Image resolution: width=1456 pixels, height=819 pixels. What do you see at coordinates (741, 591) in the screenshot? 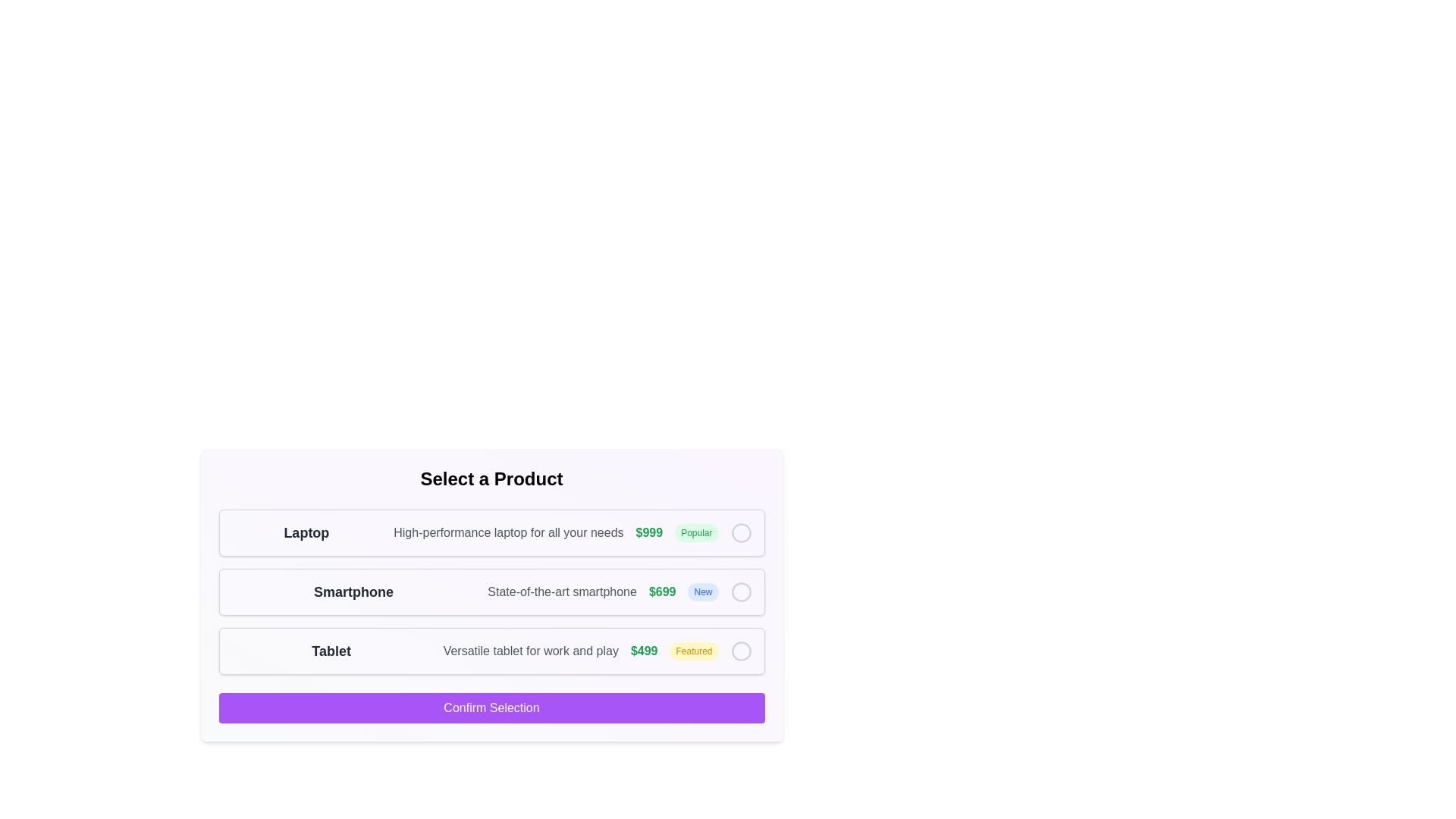
I see `the circular radio button indicator for the 'Smartphone' option` at bounding box center [741, 591].